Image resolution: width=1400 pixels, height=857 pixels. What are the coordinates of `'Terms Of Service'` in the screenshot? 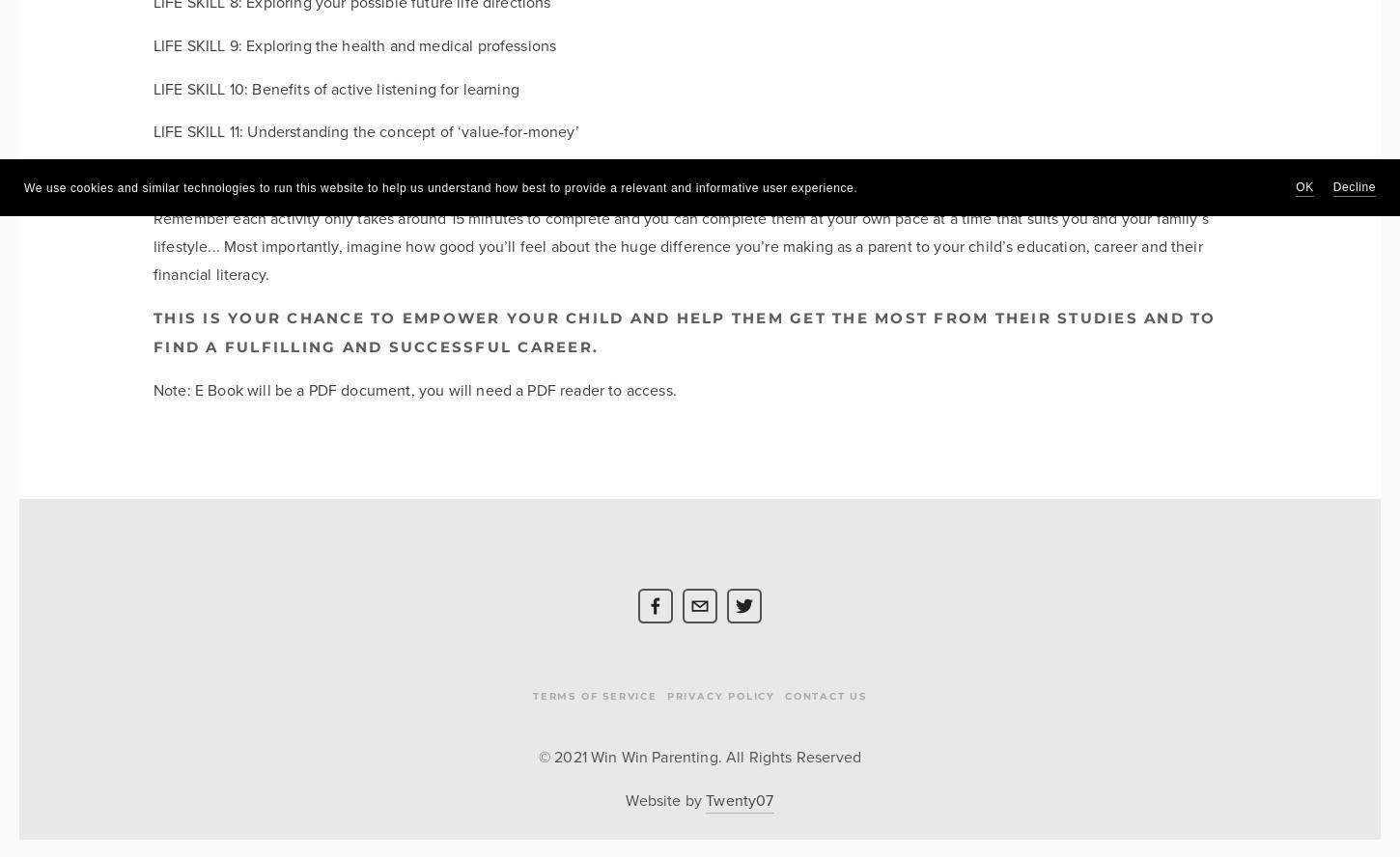 It's located at (532, 696).